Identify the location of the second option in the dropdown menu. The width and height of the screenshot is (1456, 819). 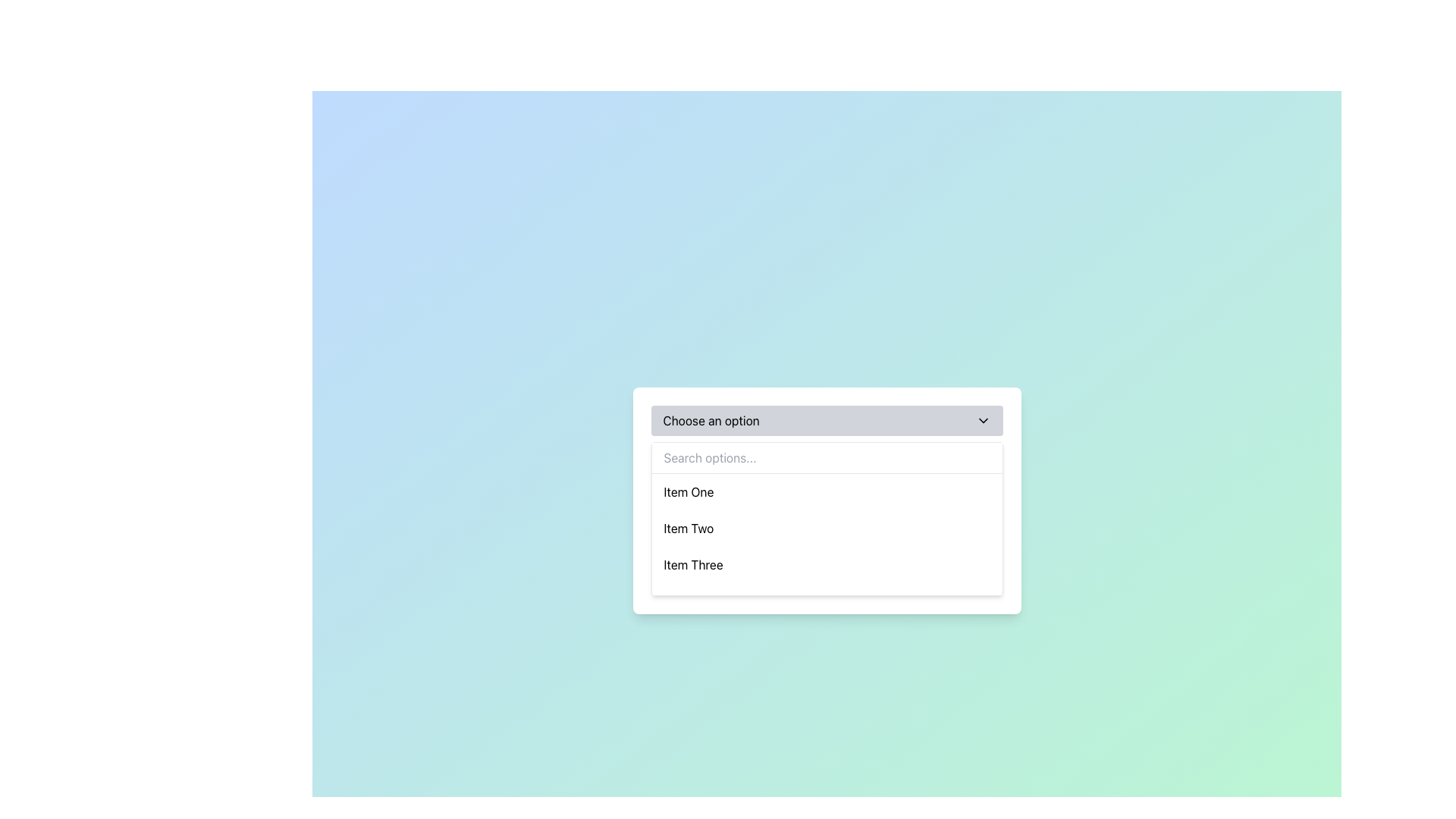
(688, 527).